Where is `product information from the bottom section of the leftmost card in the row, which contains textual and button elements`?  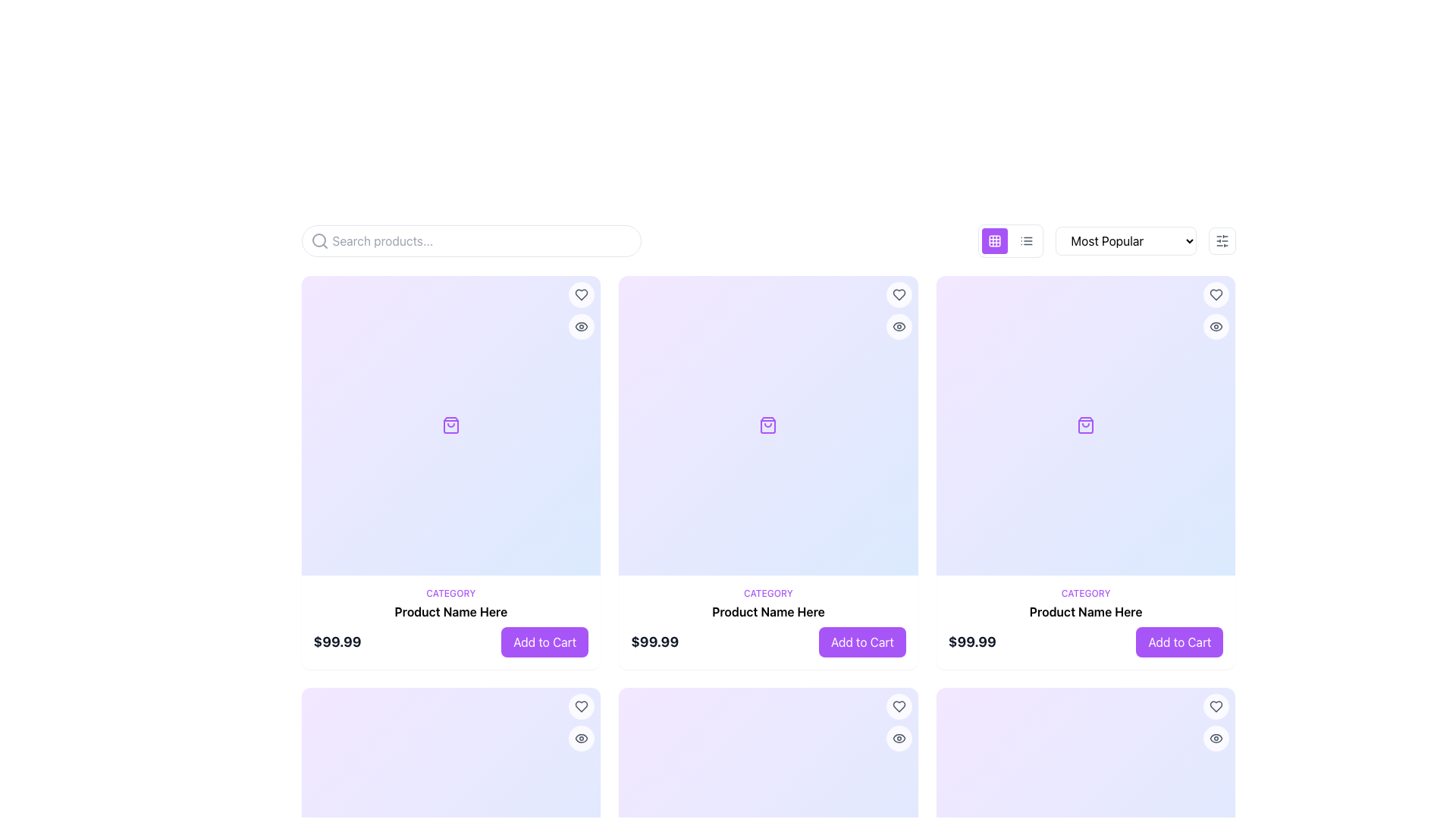 product information from the bottom section of the leftmost card in the row, which contains textual and button elements is located at coordinates (450, 622).